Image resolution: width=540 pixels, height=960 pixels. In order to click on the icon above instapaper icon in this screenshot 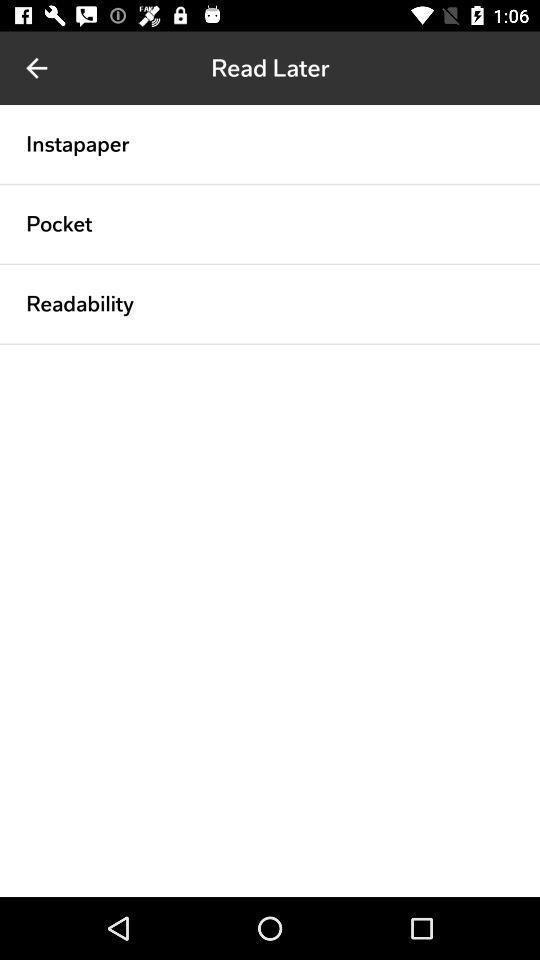, I will do `click(36, 68)`.